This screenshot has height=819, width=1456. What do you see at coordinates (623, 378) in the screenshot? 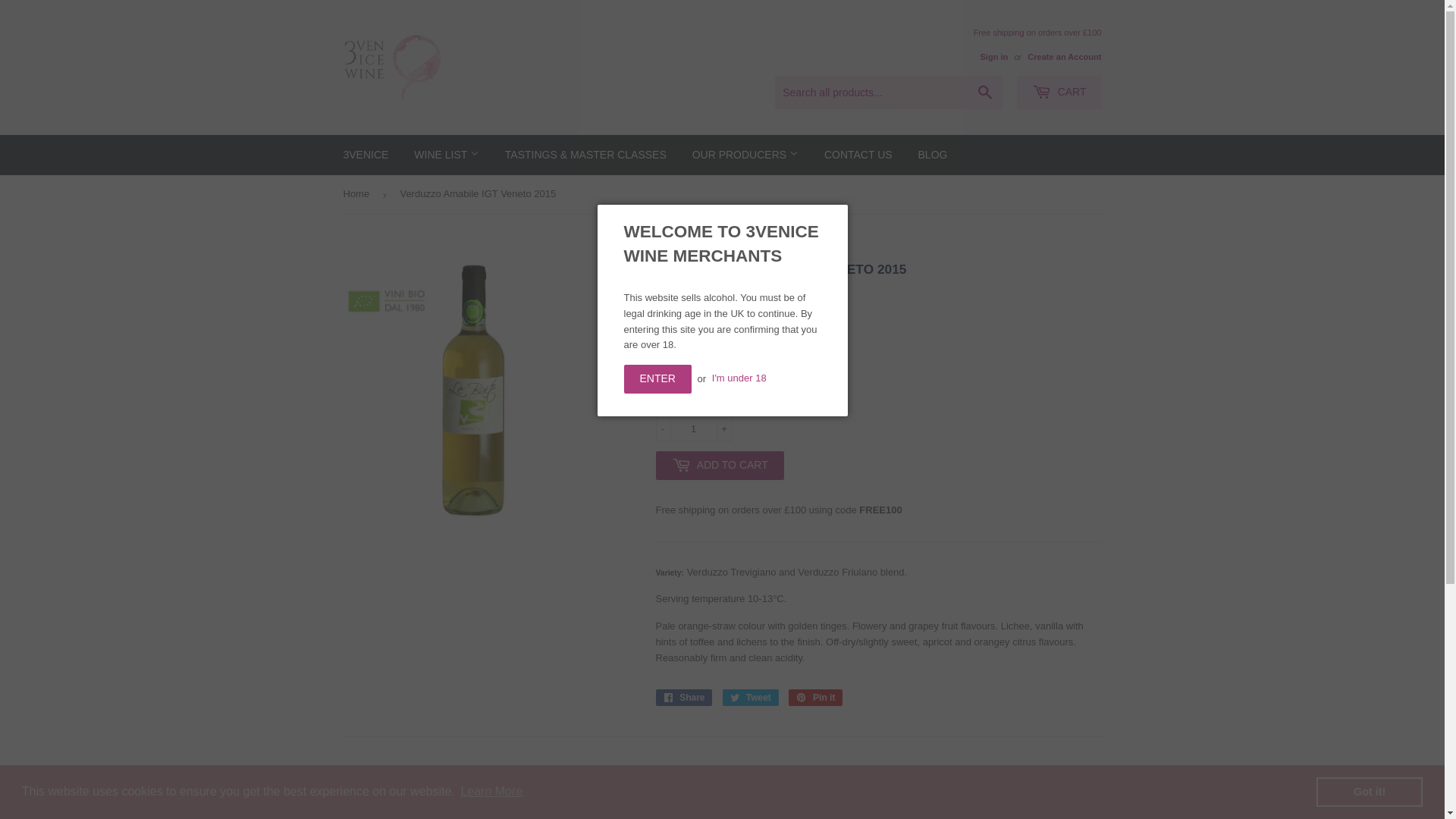
I see `'ENTER'` at bounding box center [623, 378].